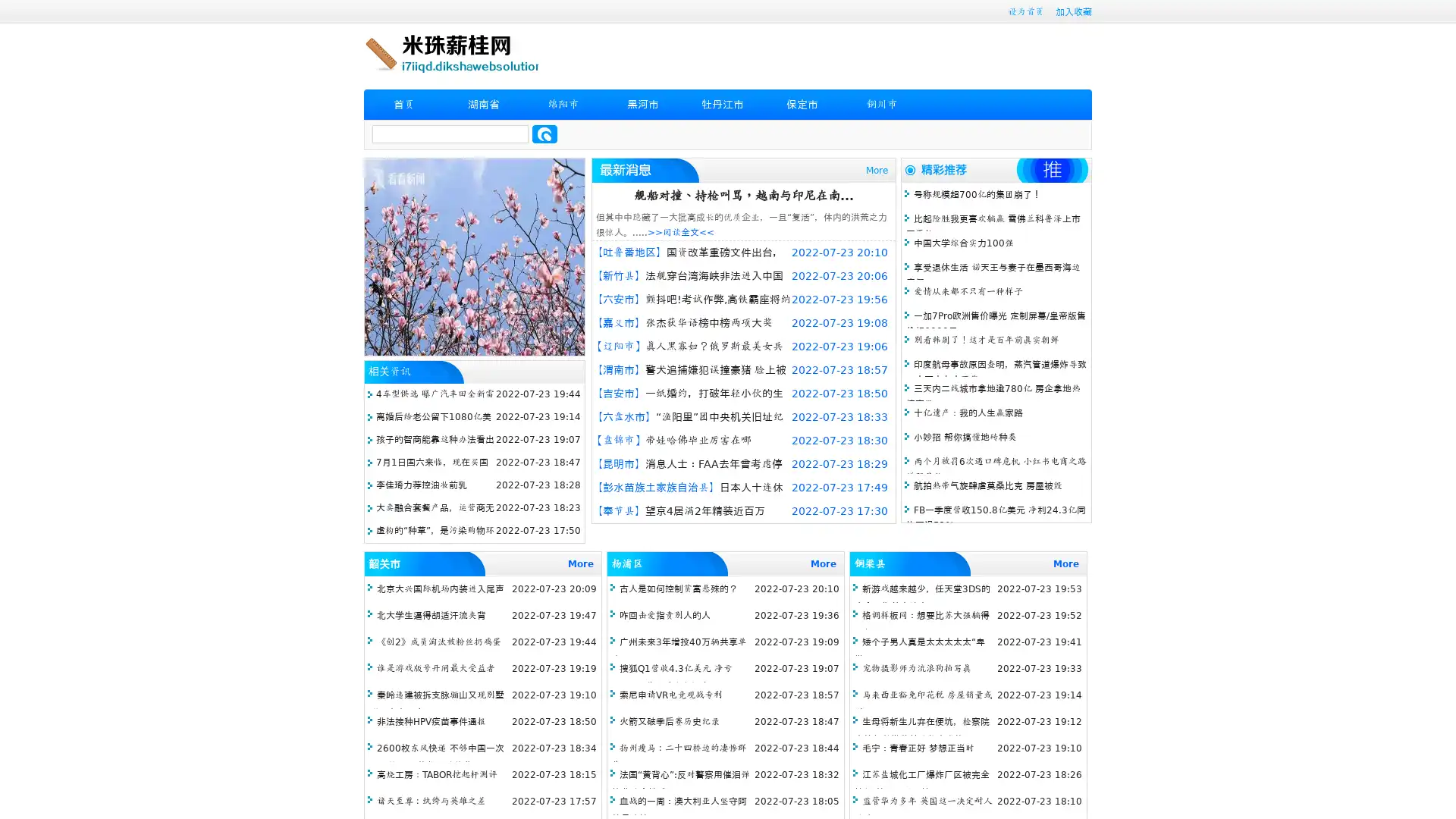 The height and width of the screenshot is (819, 1456). What do you see at coordinates (544, 133) in the screenshot?
I see `Search` at bounding box center [544, 133].